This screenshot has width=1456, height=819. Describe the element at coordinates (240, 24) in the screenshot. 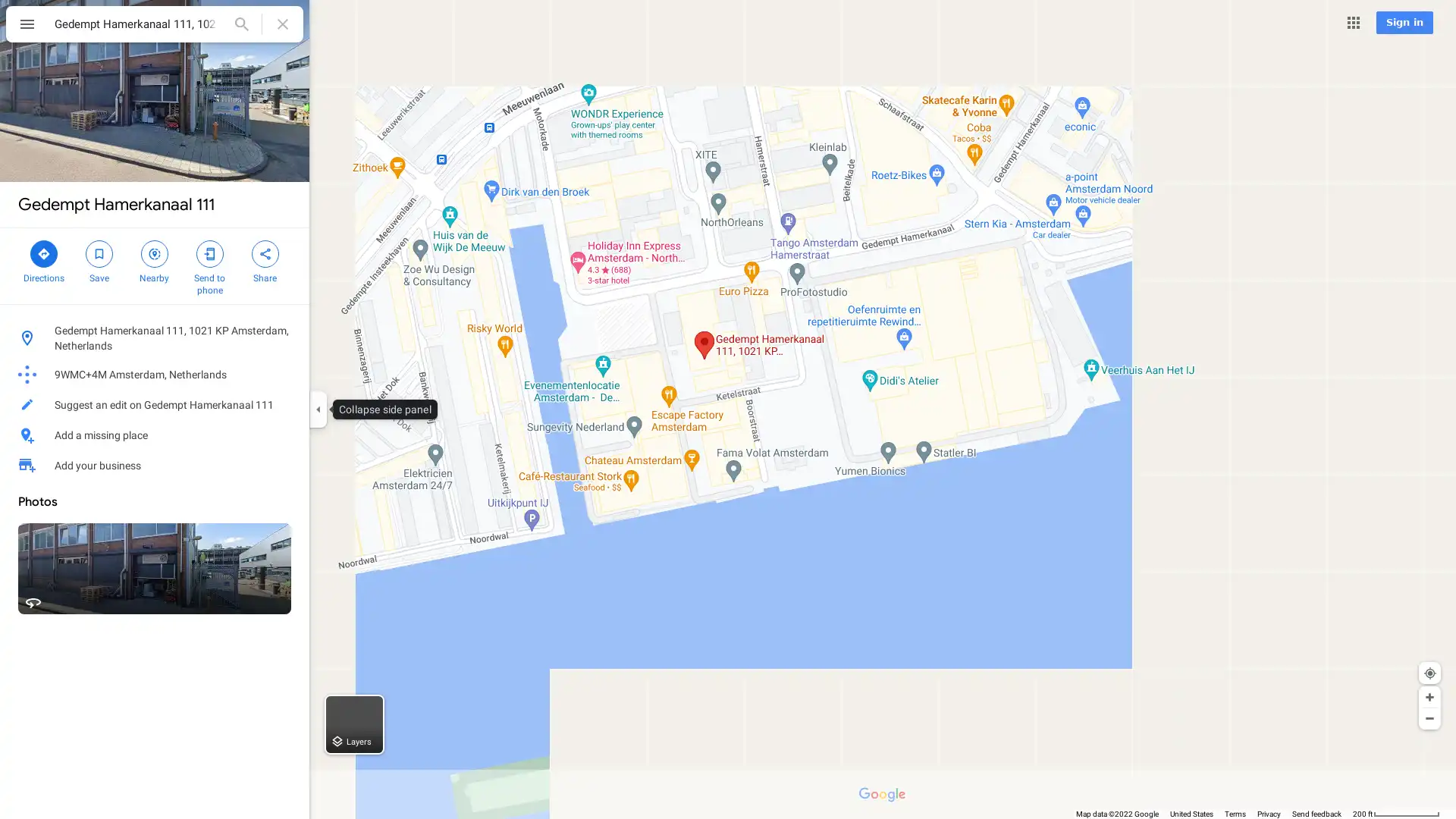

I see `Search` at that location.